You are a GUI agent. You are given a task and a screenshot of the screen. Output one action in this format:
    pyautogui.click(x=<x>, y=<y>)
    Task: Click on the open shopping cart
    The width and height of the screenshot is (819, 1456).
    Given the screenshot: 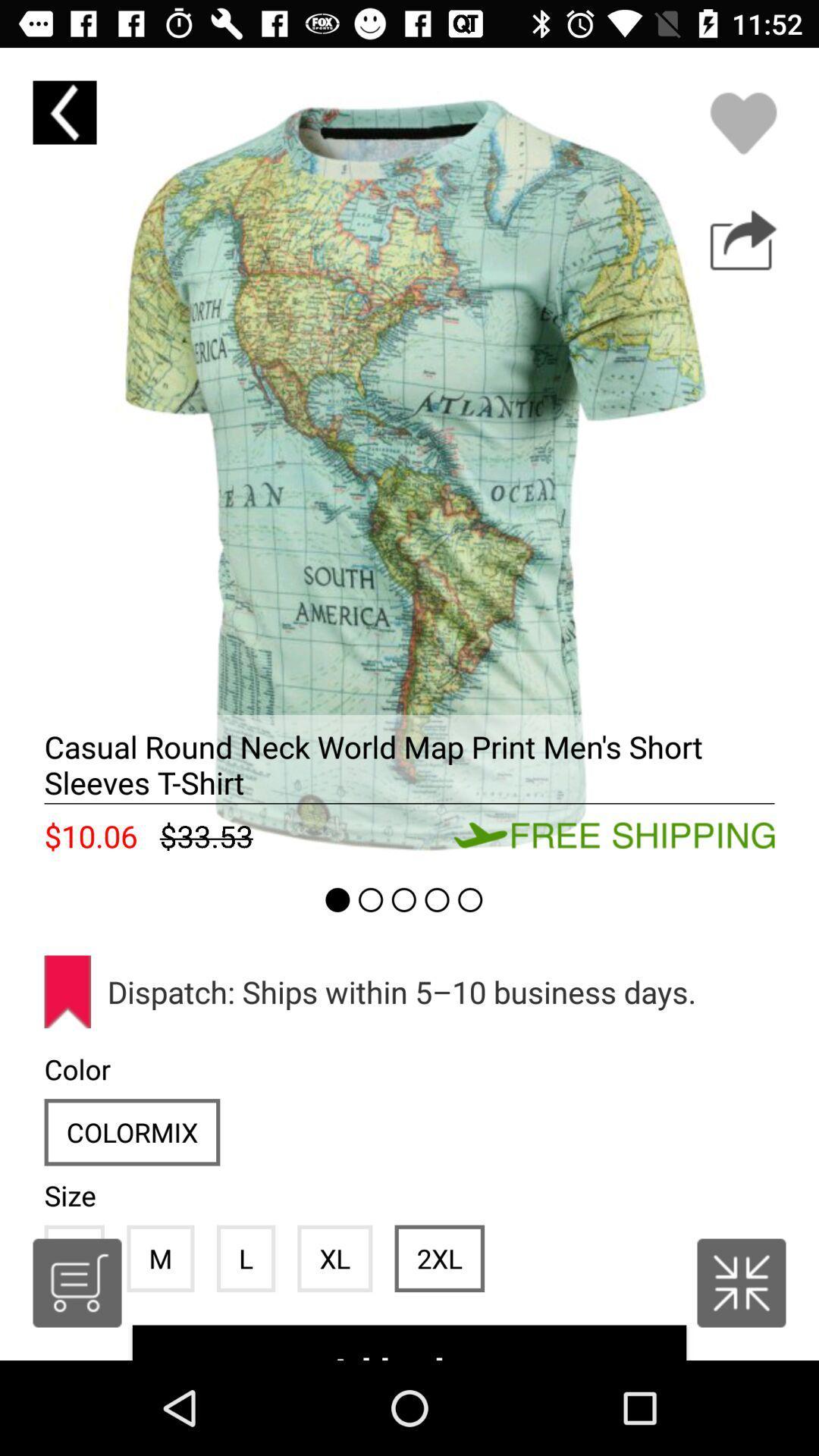 What is the action you would take?
    pyautogui.click(x=77, y=1282)
    